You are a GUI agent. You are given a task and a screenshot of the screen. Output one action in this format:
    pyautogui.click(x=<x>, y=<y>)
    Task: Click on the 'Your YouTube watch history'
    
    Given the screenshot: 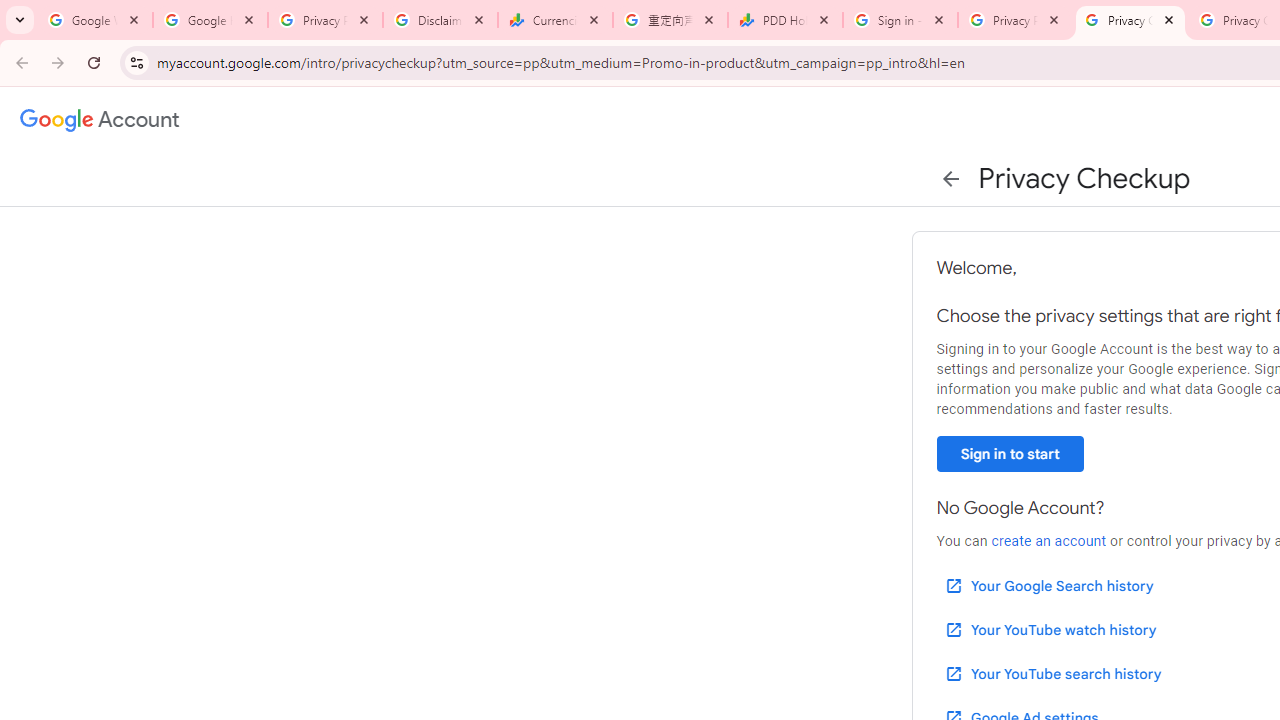 What is the action you would take?
    pyautogui.click(x=1049, y=630)
    